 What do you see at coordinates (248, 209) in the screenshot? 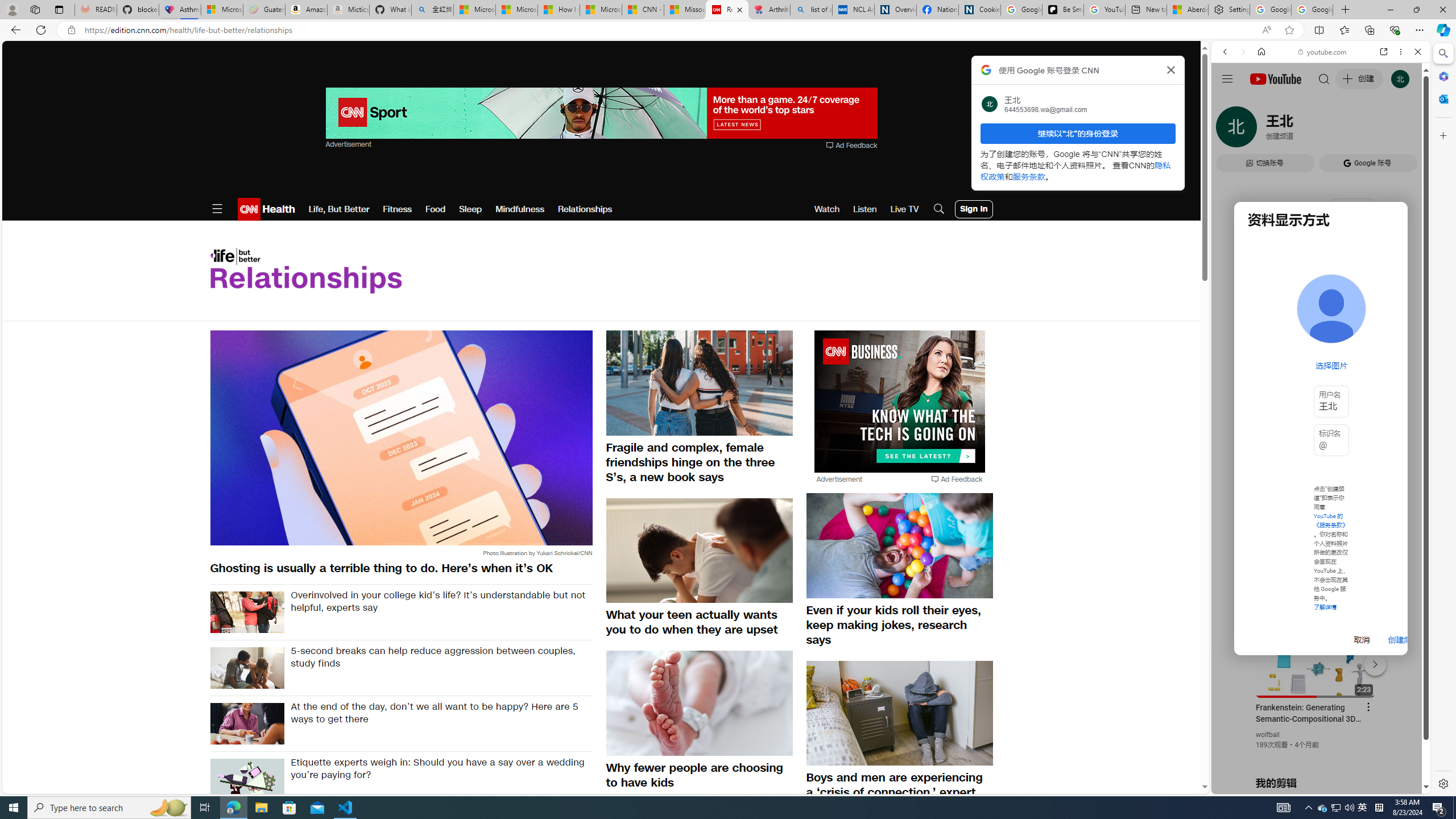
I see `'CNN logo'` at bounding box center [248, 209].